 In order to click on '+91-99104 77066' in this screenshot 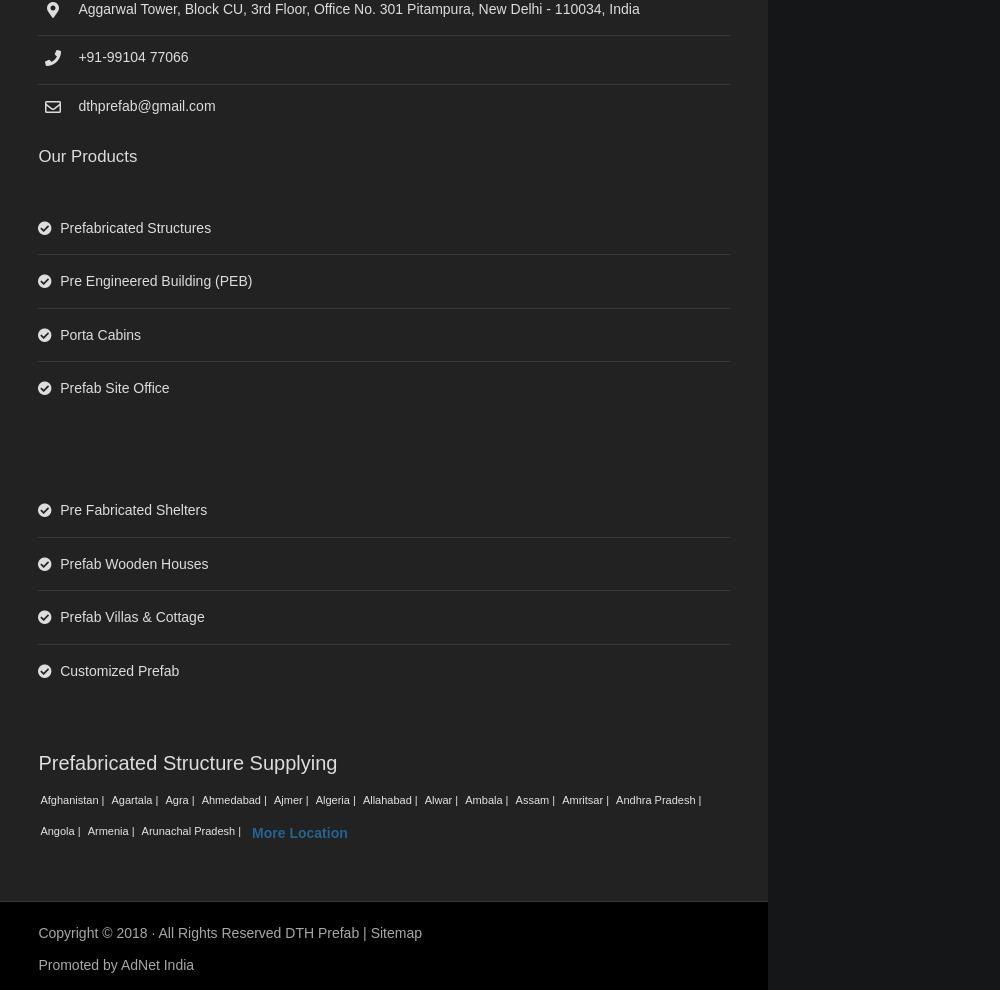, I will do `click(133, 57)`.